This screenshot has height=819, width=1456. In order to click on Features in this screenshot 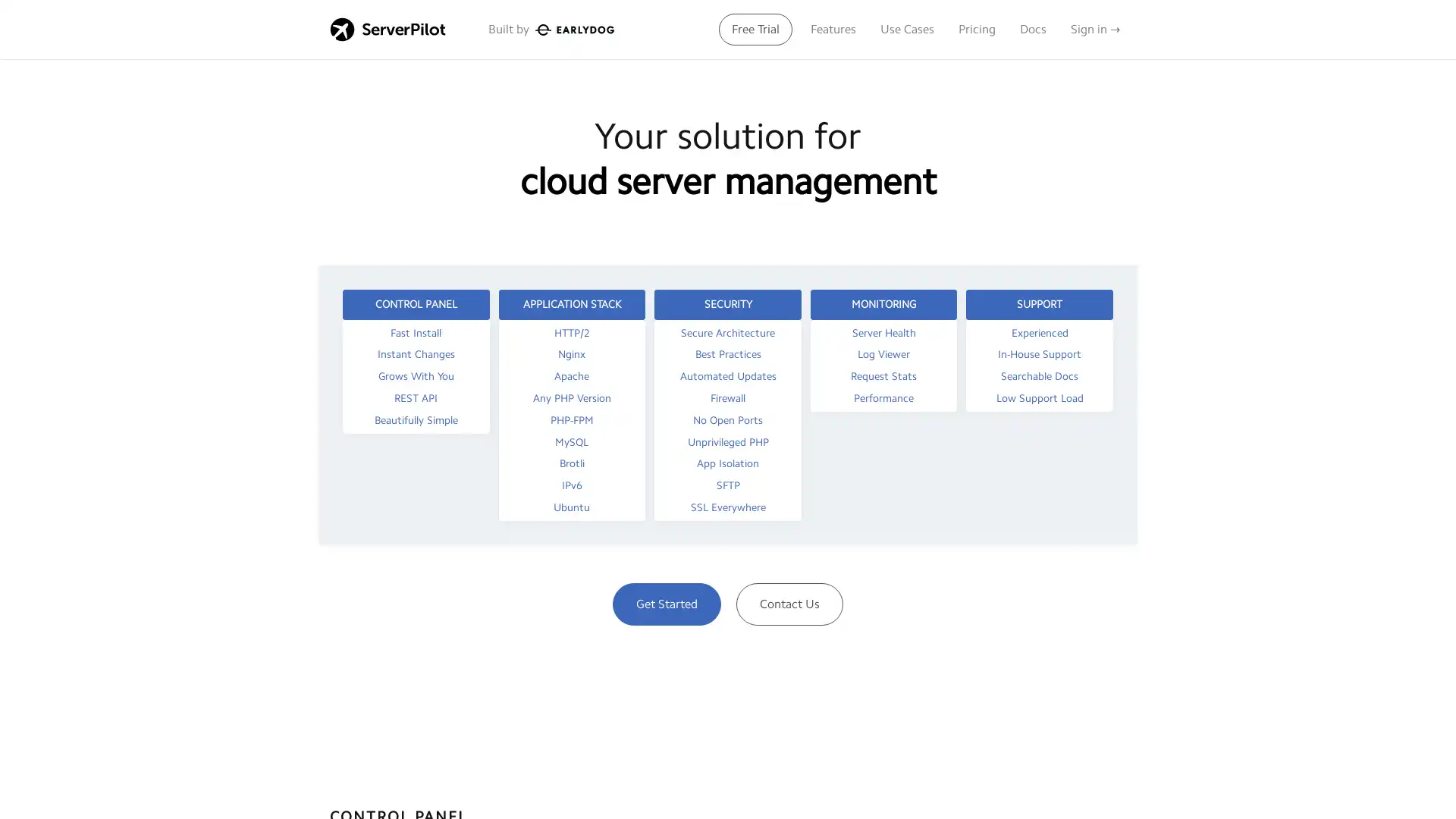, I will do `click(833, 29)`.